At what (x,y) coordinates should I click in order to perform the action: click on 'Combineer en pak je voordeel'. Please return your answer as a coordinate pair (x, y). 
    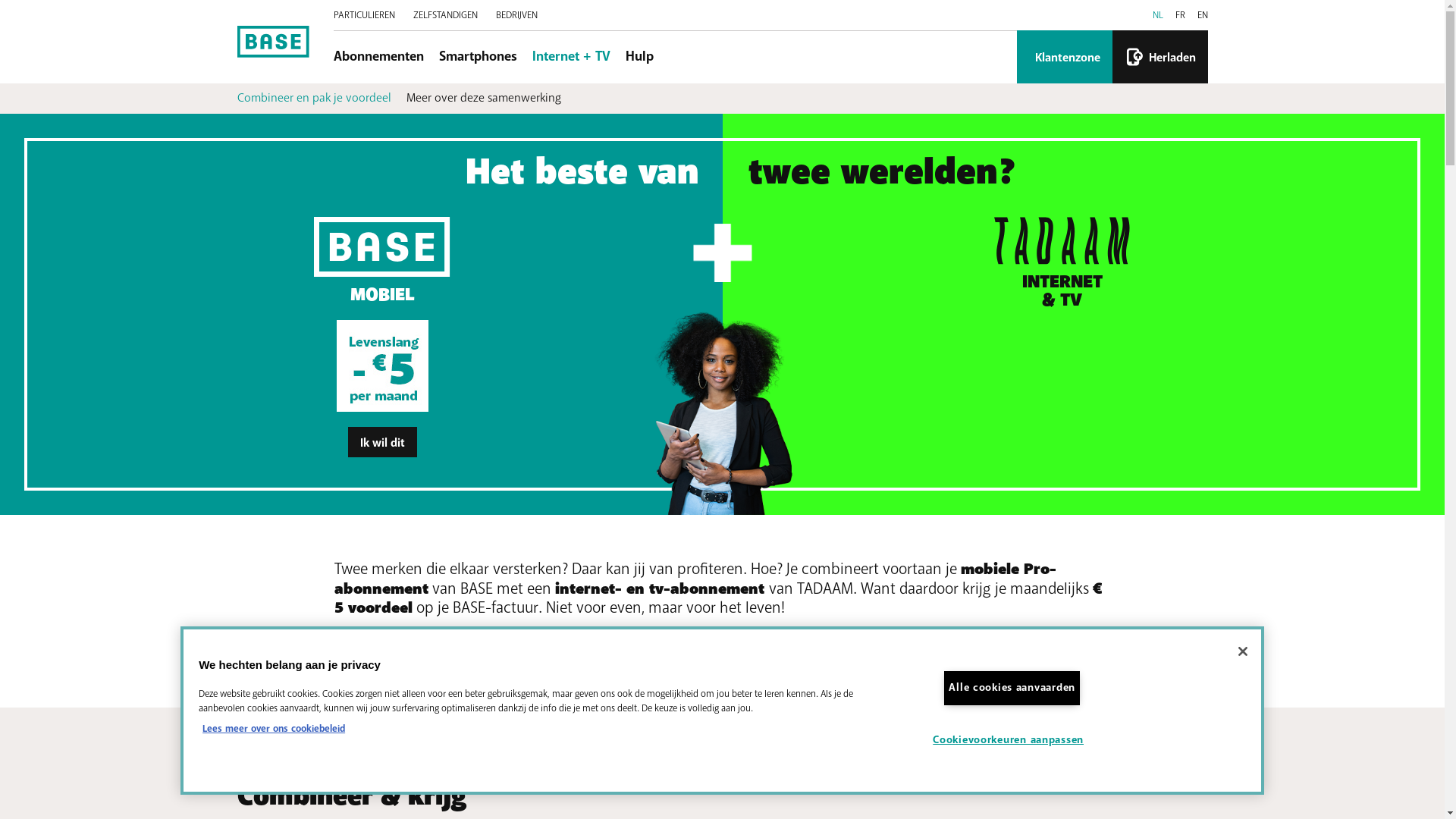
    Looking at the image, I should click on (236, 99).